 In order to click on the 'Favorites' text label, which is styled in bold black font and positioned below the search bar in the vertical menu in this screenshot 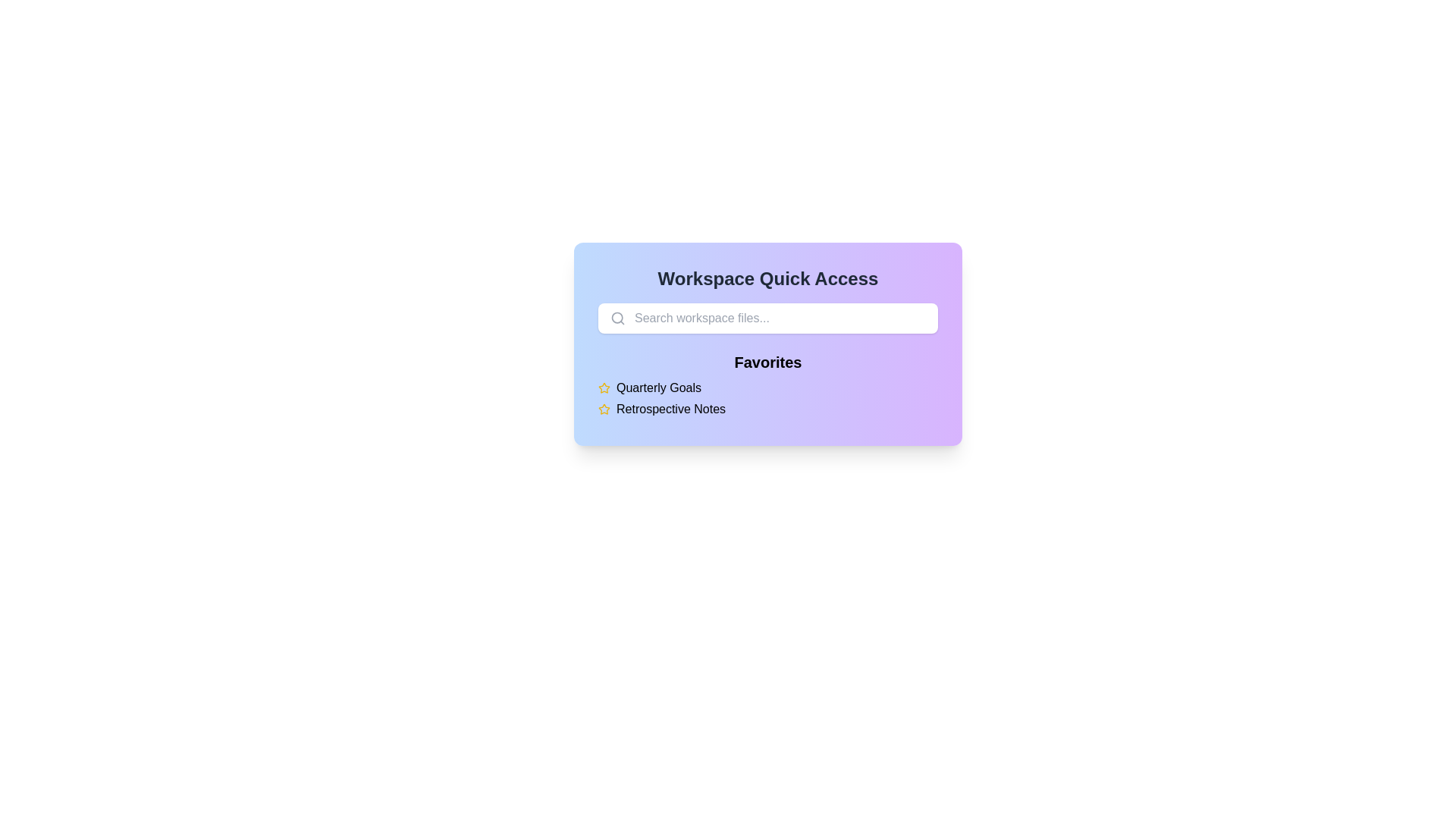, I will do `click(767, 362)`.